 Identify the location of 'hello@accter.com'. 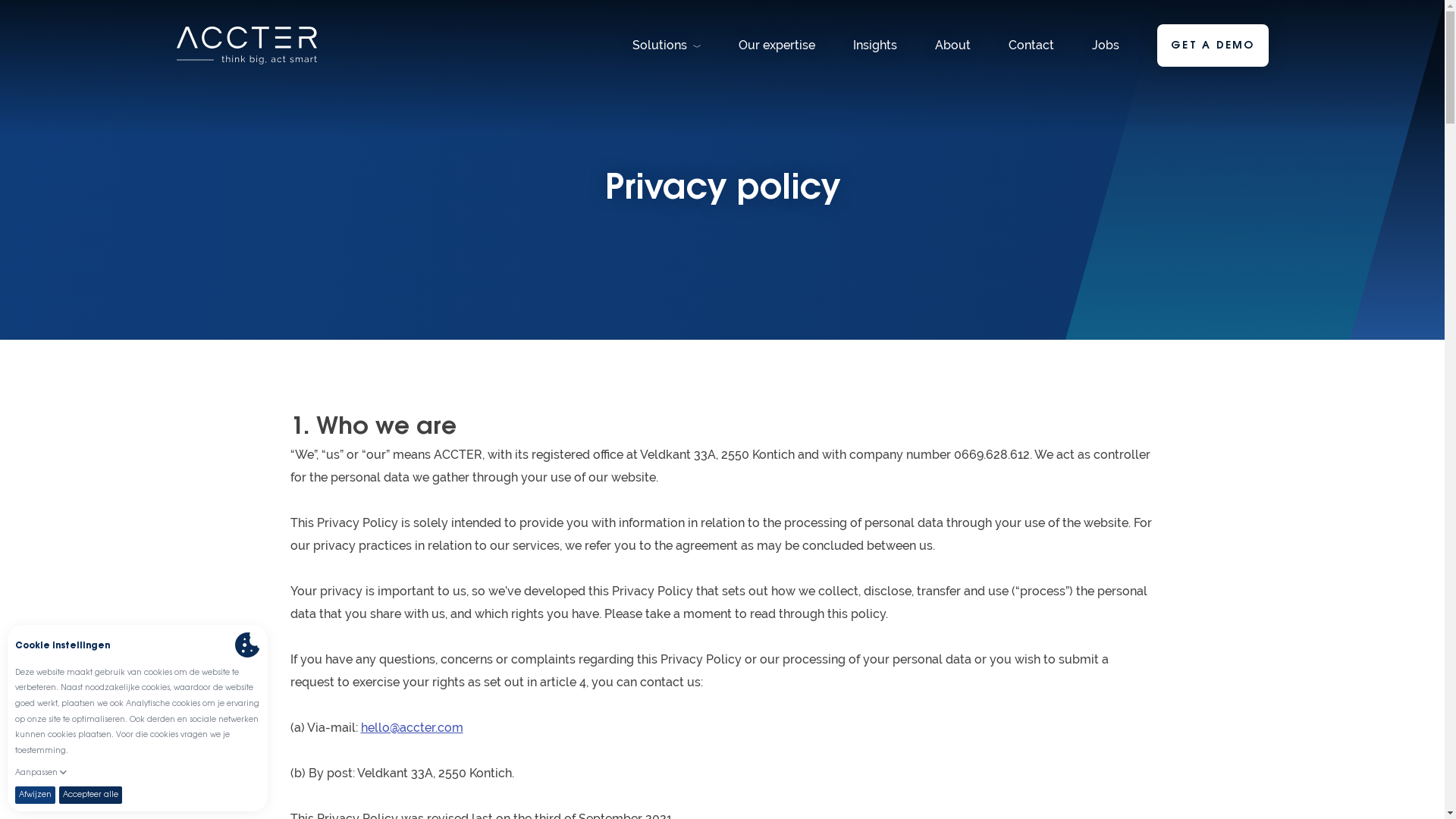
(359, 726).